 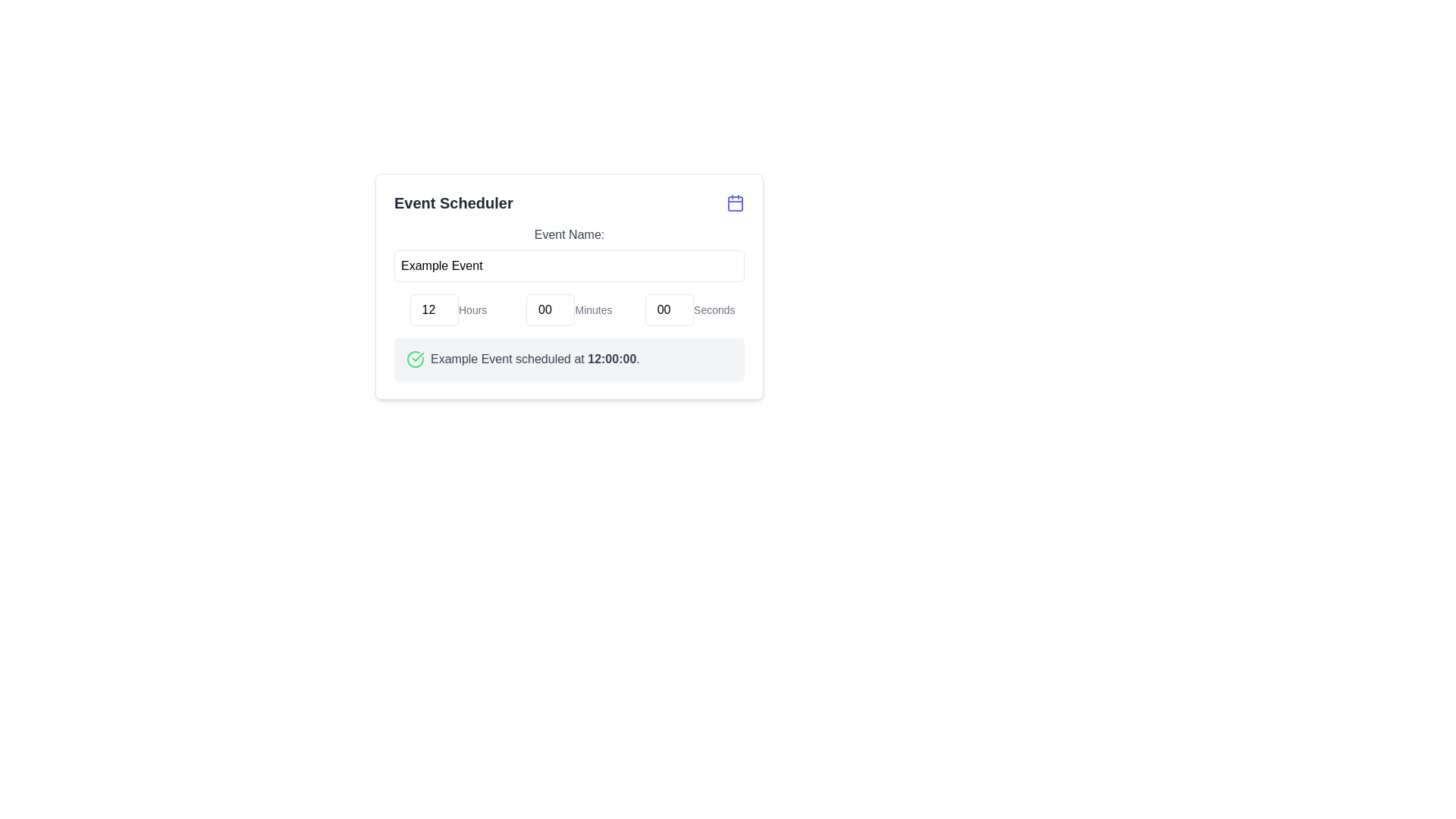 What do you see at coordinates (612, 359) in the screenshot?
I see `the static text displaying the time '12:00:00' which is part of the confirmation statement 'Example Event scheduled at 12:00:00.'` at bounding box center [612, 359].